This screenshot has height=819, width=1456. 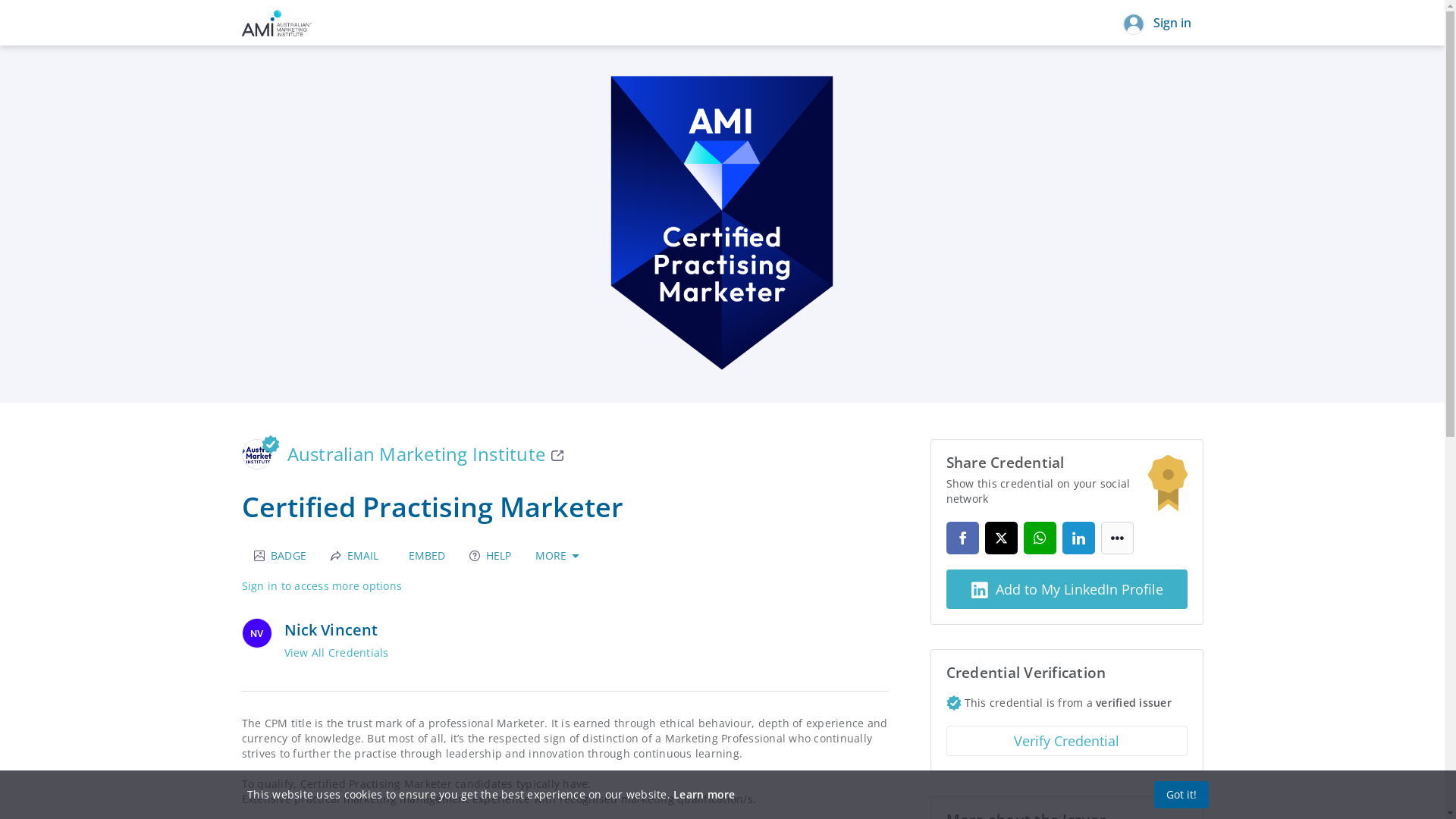 What do you see at coordinates (423, 555) in the screenshot?
I see `'EMBED'` at bounding box center [423, 555].